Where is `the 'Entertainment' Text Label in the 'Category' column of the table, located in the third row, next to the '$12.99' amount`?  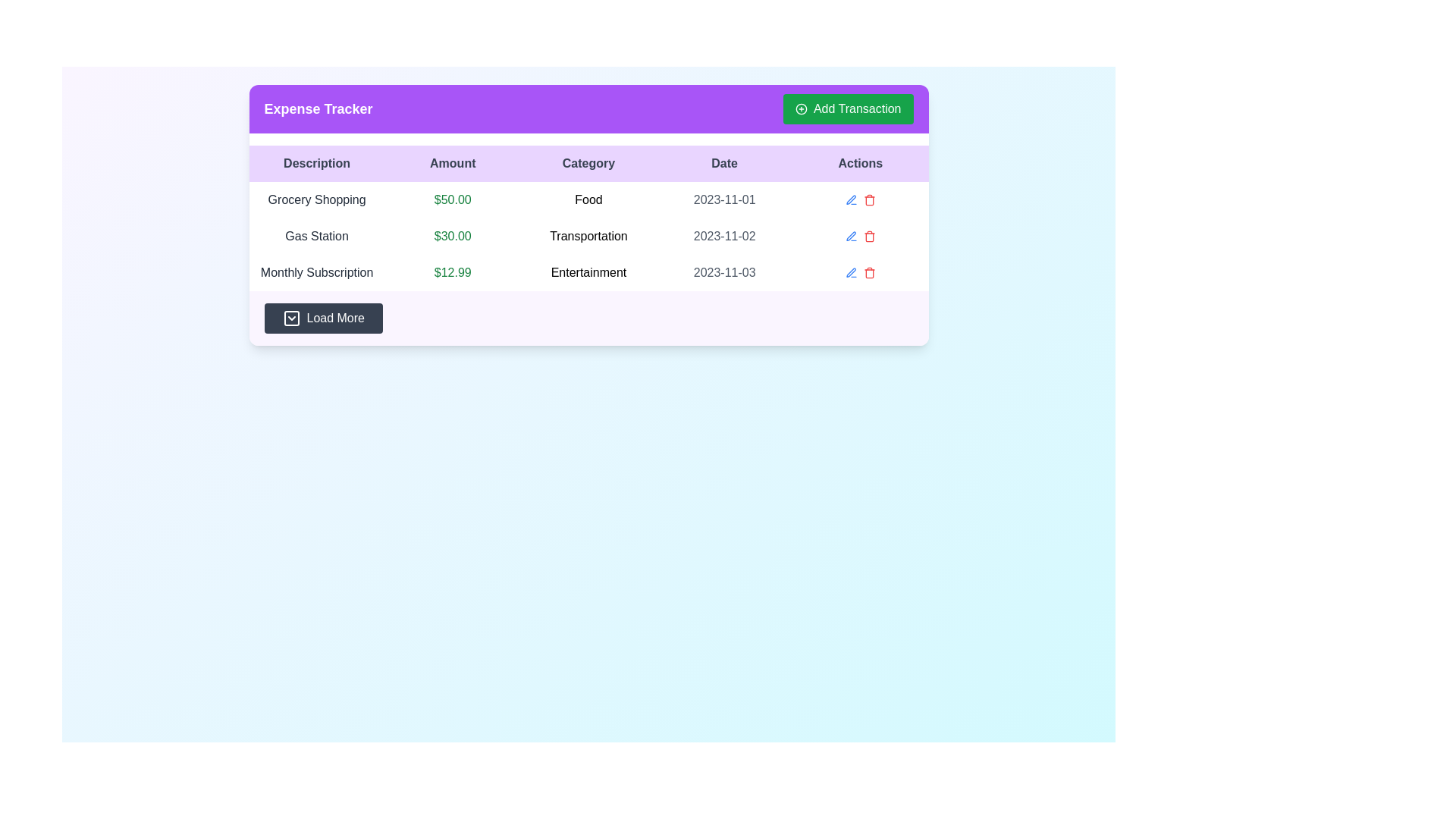 the 'Entertainment' Text Label in the 'Category' column of the table, located in the third row, next to the '$12.99' amount is located at coordinates (588, 271).